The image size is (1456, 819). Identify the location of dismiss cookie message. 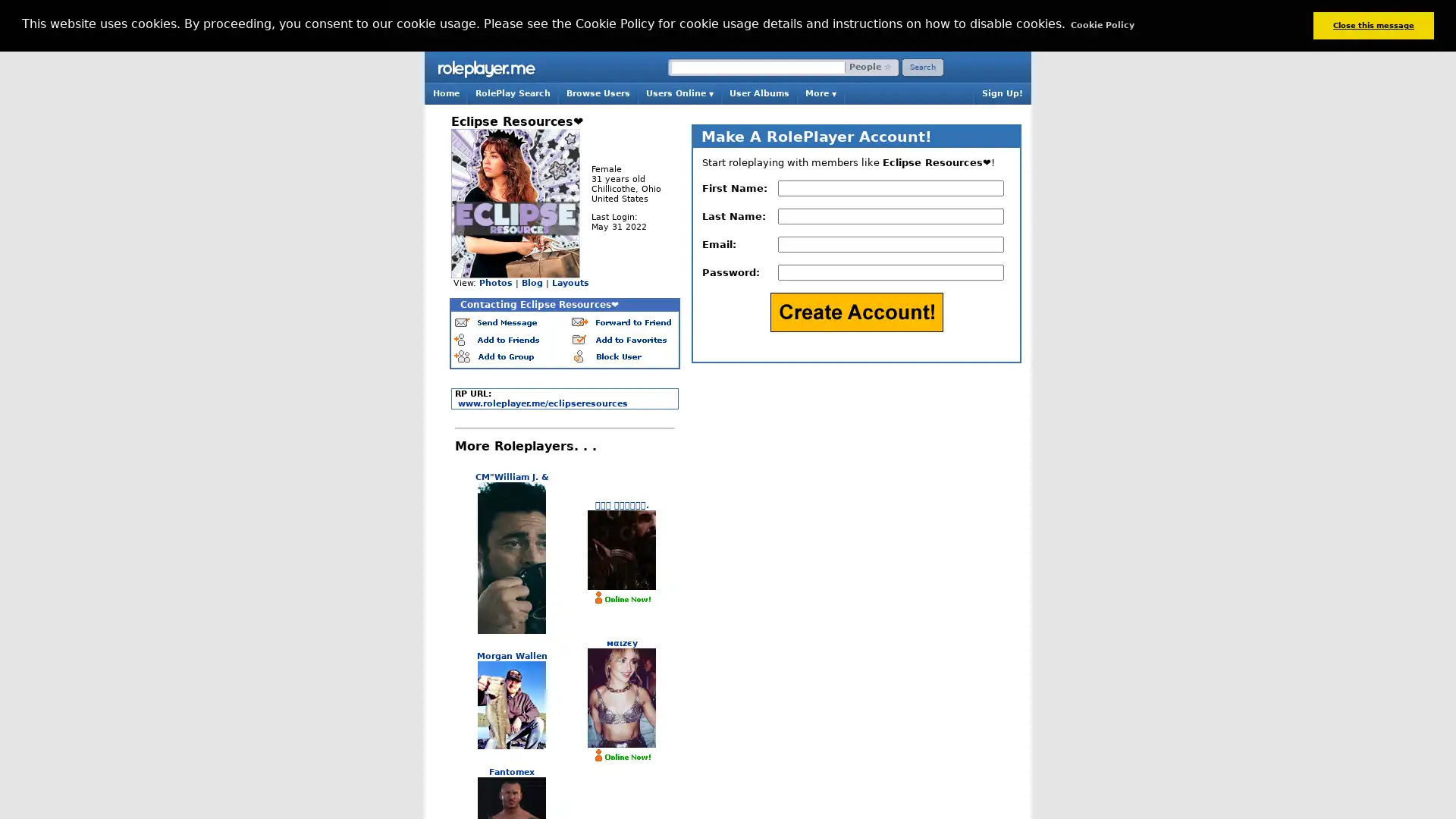
(1373, 25).